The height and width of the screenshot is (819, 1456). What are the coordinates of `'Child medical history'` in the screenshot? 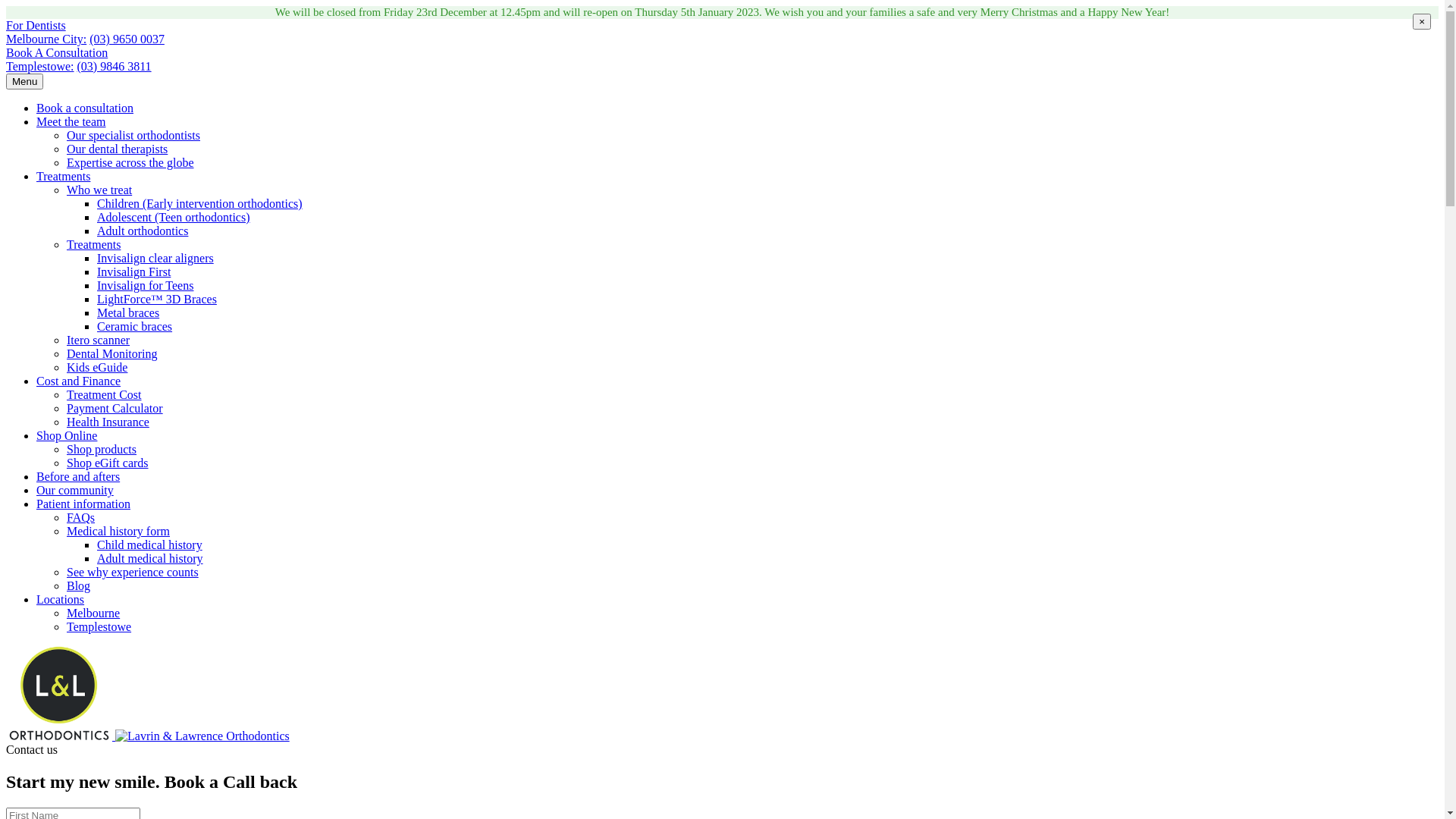 It's located at (149, 544).